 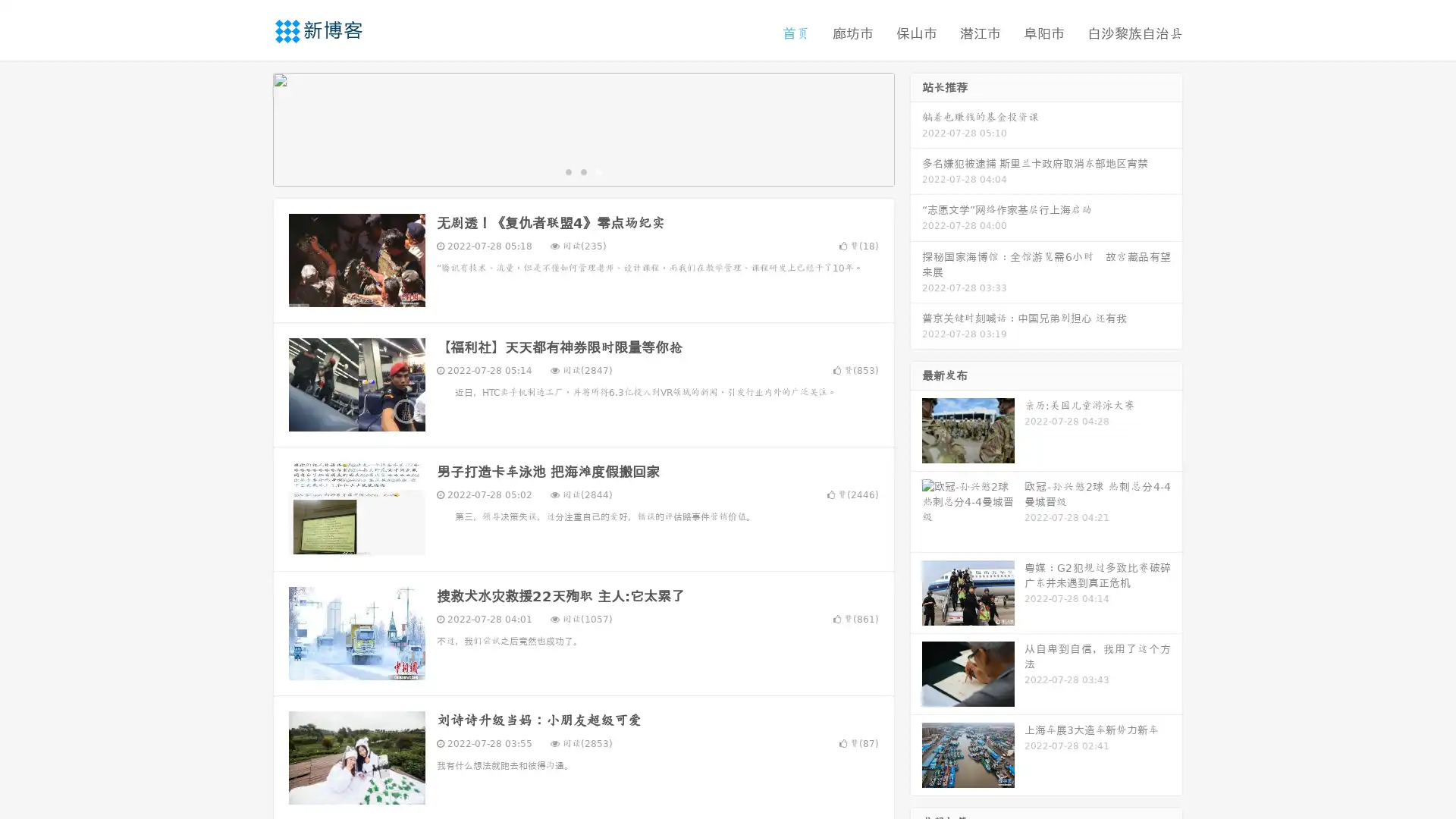 What do you see at coordinates (598, 171) in the screenshot?
I see `Go to slide 3` at bounding box center [598, 171].